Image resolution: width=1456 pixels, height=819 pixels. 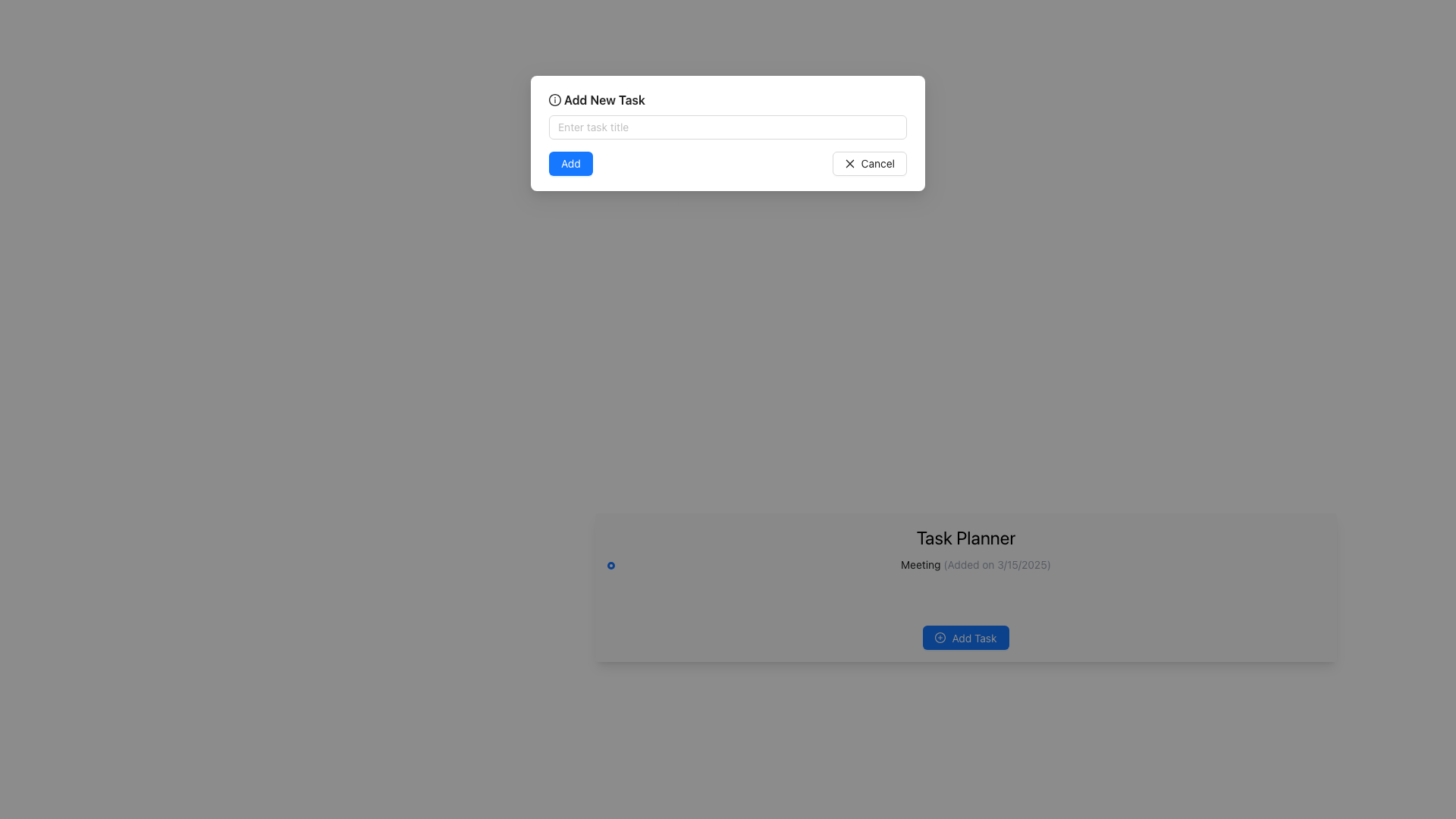 What do you see at coordinates (939, 637) in the screenshot?
I see `the '+' icon inside the circular button labeled 'Add Task' located at the bottom center of the 'Task Planner' panel` at bounding box center [939, 637].